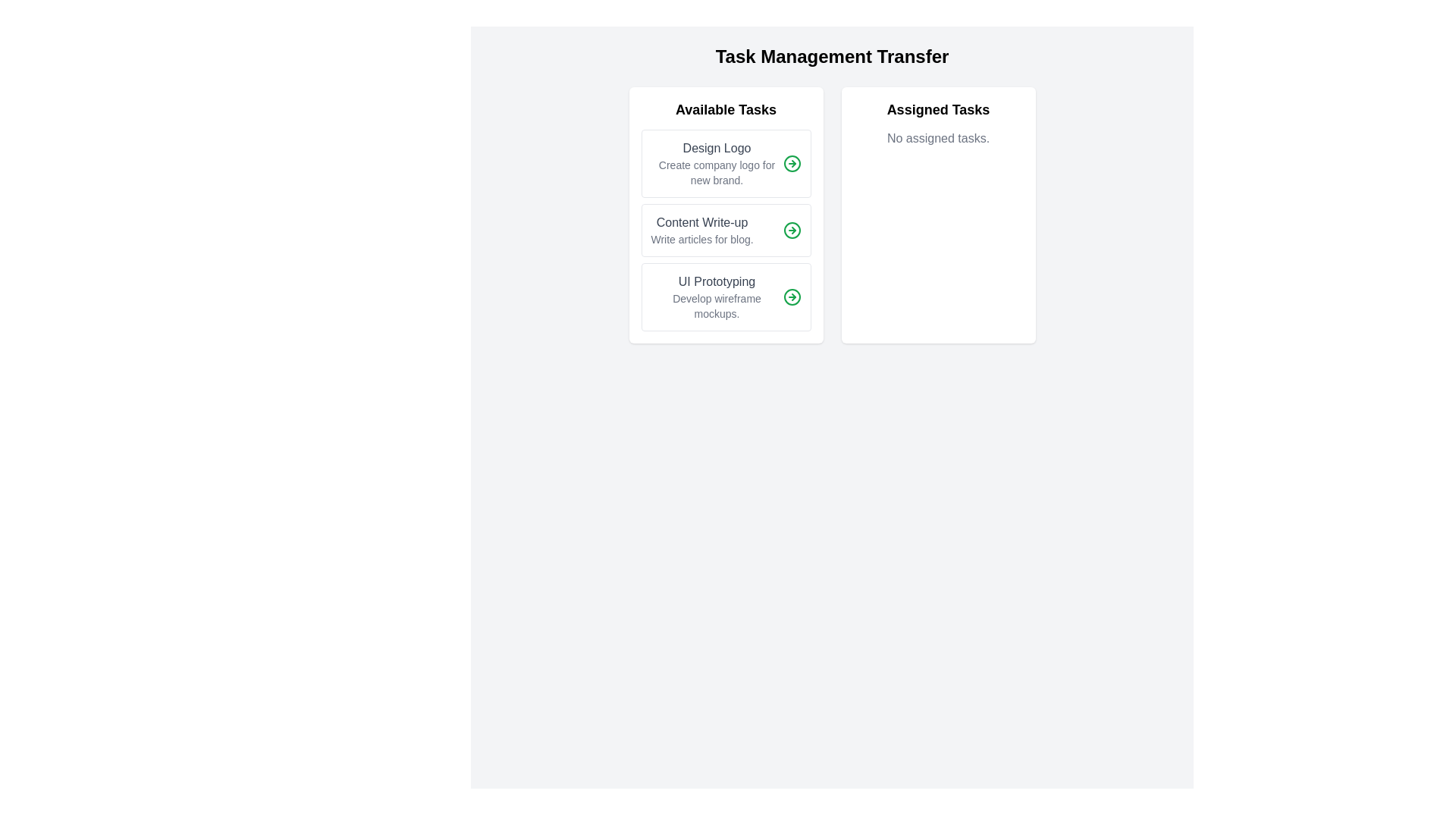 This screenshot has height=819, width=1456. I want to click on the 'Content Write-up' text block element, so click(701, 231).